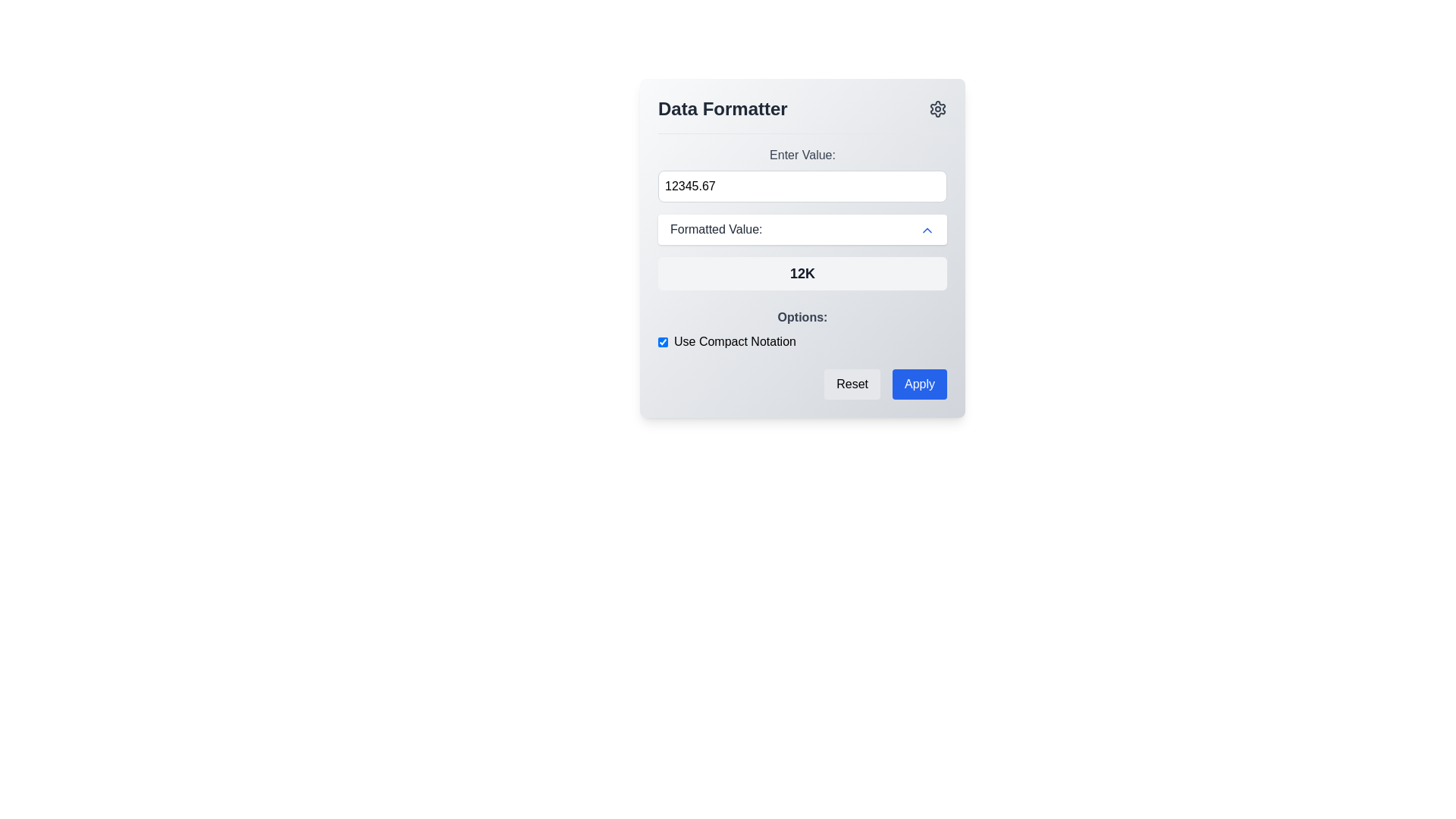 The height and width of the screenshot is (819, 1456). I want to click on the 'Reset' button in the Button Group located at the bottom of the card layout, directly under the 'Use Compact Notation' checkbox, so click(802, 383).